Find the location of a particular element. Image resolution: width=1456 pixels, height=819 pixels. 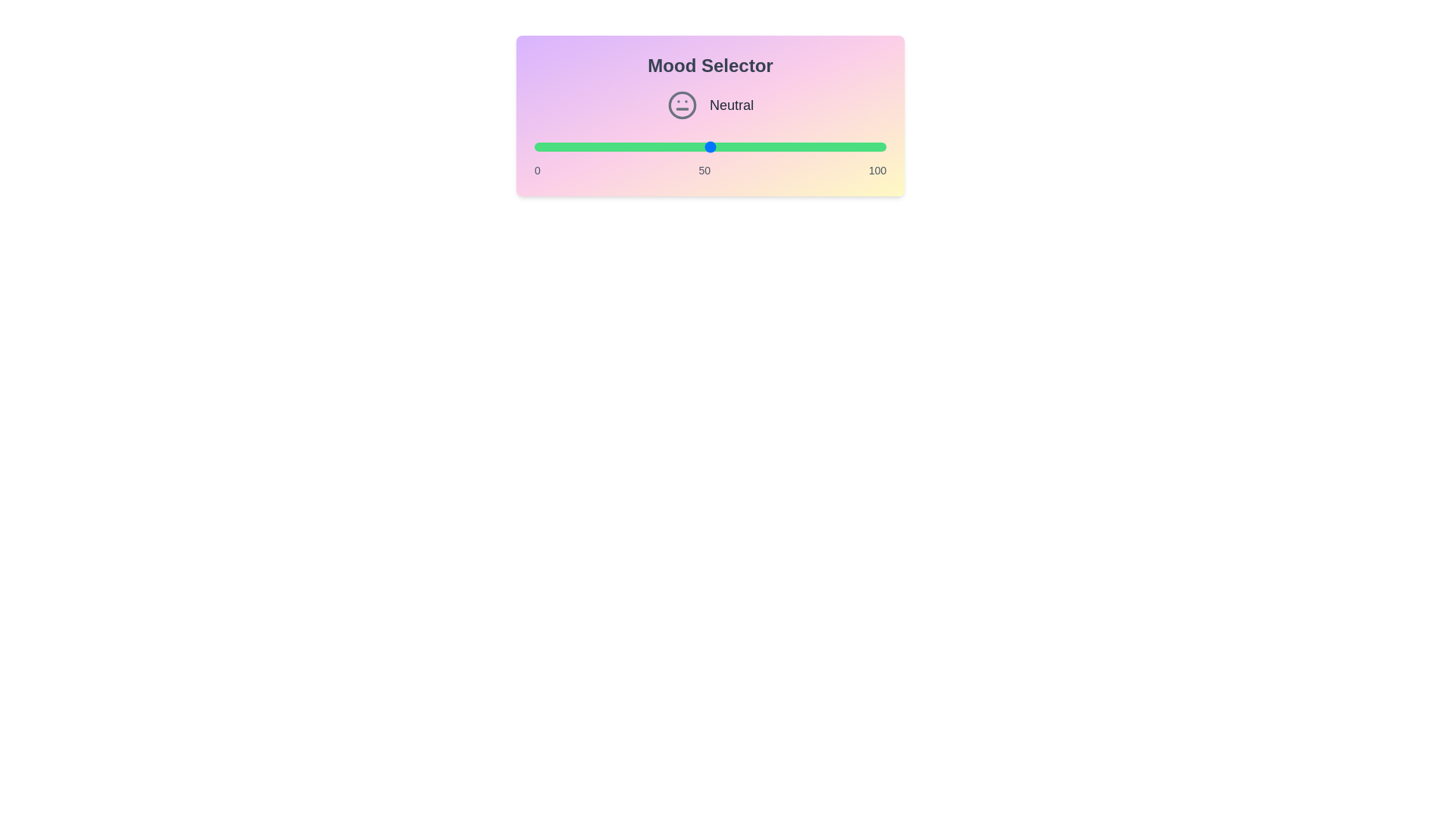

the mood value to 73 by adjusting the slider is located at coordinates (790, 146).